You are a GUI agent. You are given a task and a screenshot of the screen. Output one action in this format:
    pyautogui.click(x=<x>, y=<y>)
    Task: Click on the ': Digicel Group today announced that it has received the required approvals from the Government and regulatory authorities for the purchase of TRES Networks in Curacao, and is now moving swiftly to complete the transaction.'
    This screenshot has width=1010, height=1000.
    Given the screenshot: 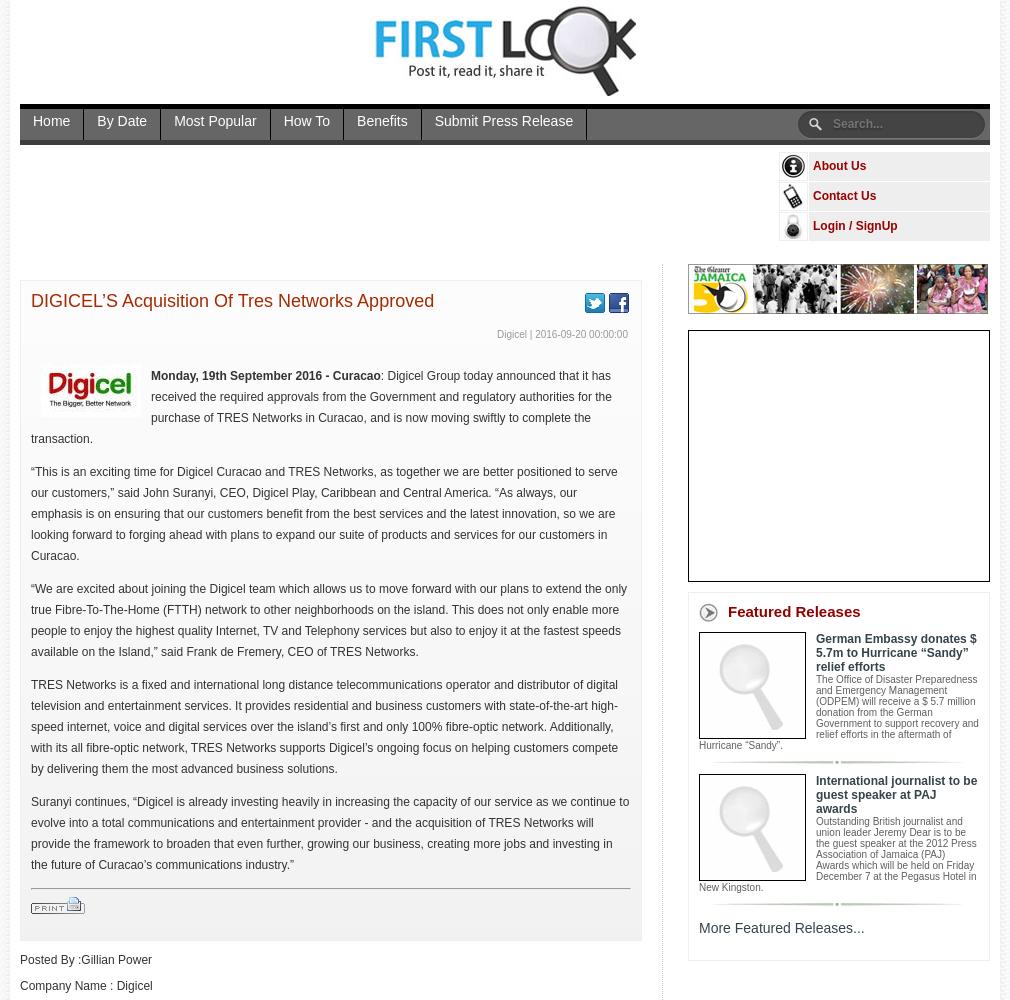 What is the action you would take?
    pyautogui.click(x=320, y=407)
    